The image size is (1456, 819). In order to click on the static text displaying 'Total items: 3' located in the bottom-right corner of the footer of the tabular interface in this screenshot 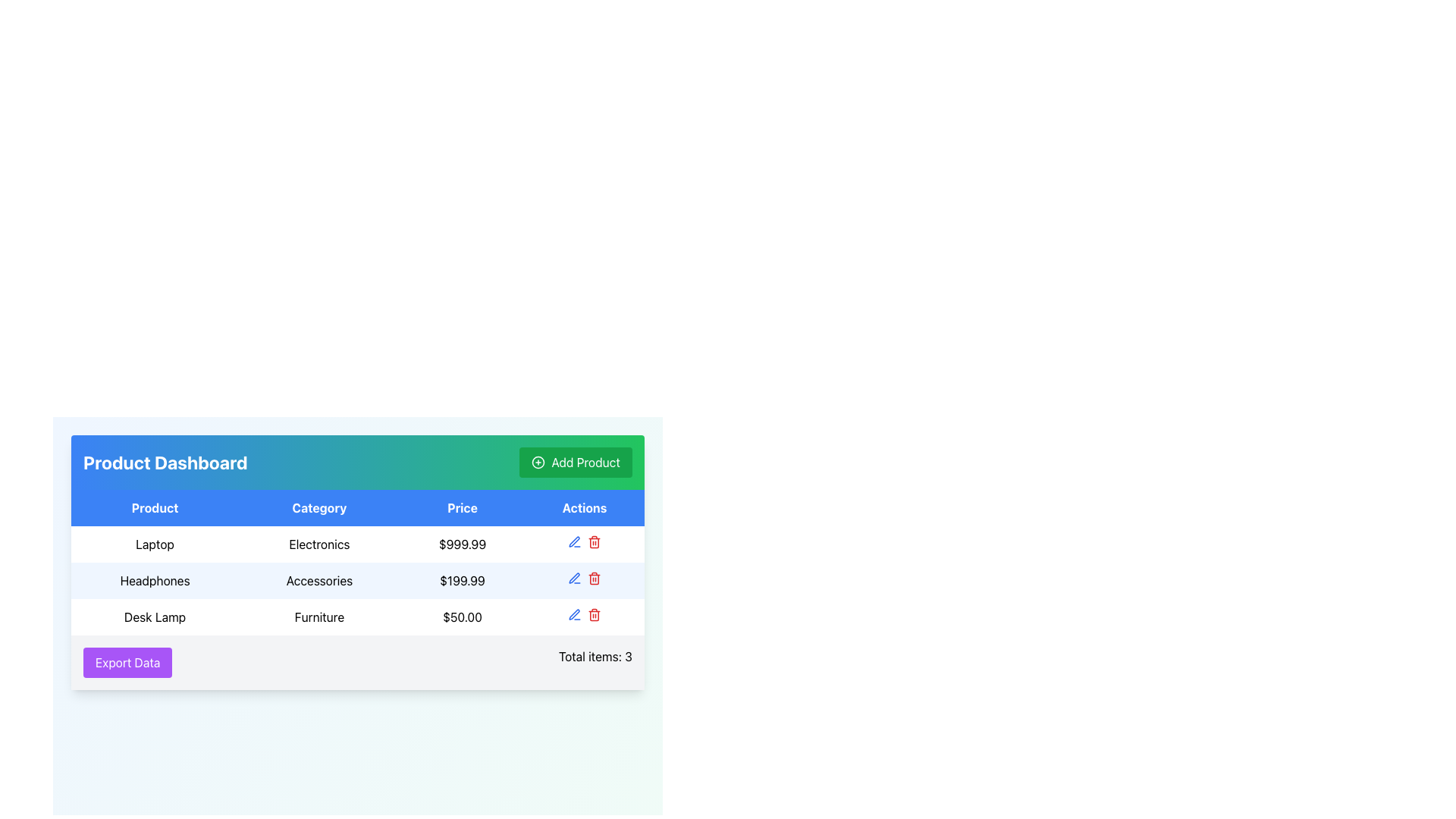, I will do `click(595, 662)`.